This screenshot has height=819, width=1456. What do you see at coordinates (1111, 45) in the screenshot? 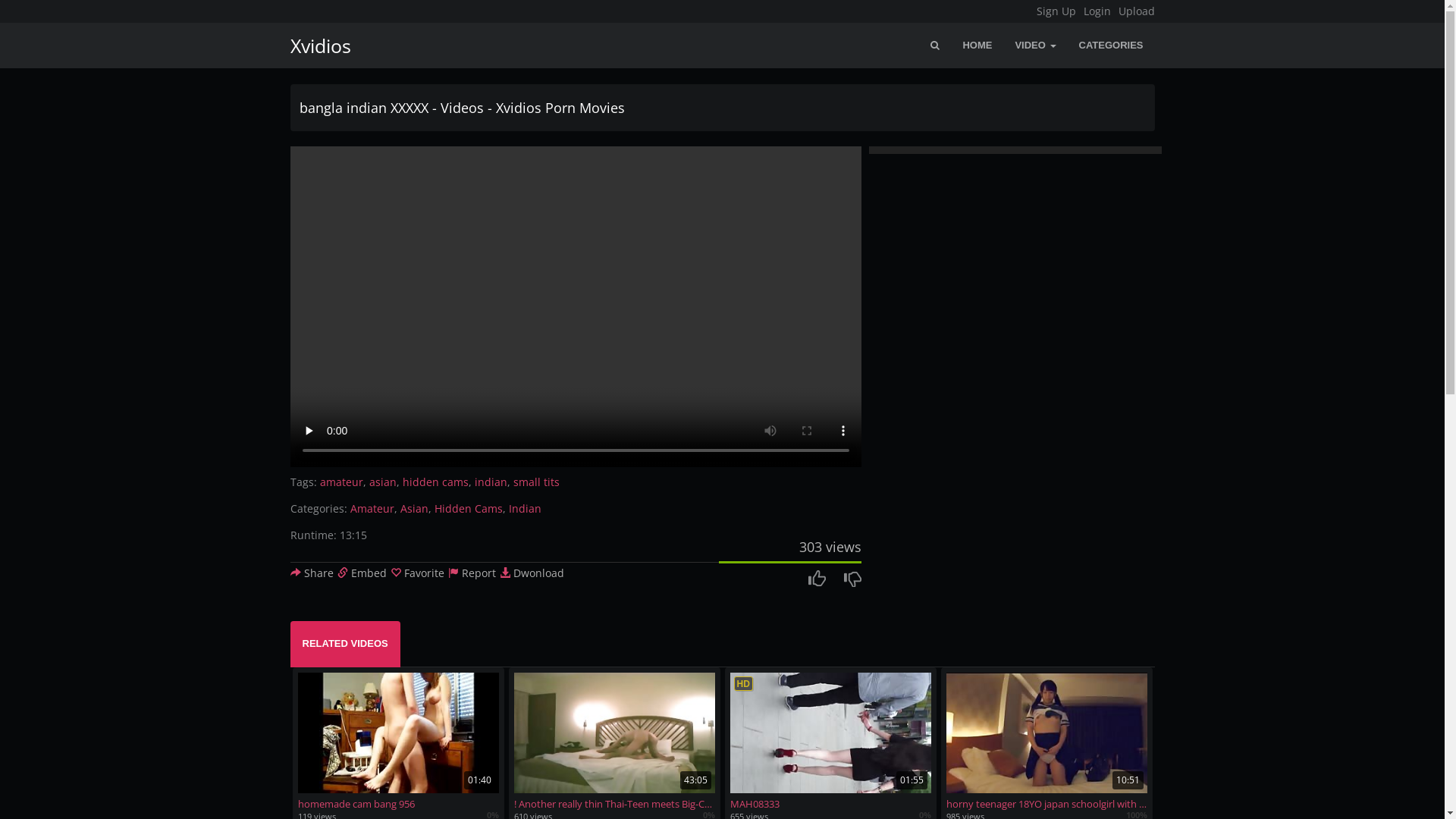
I see `'CATEGORIES'` at bounding box center [1111, 45].